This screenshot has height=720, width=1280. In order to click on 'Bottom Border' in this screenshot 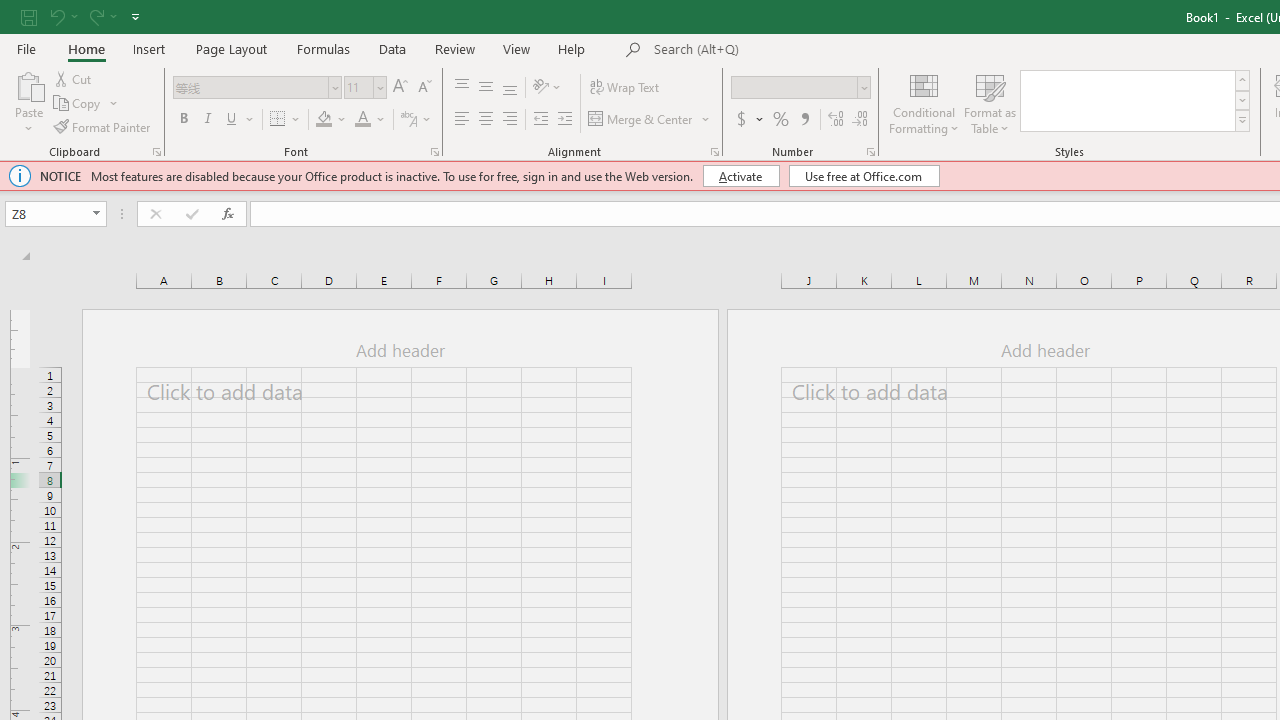, I will do `click(277, 119)`.